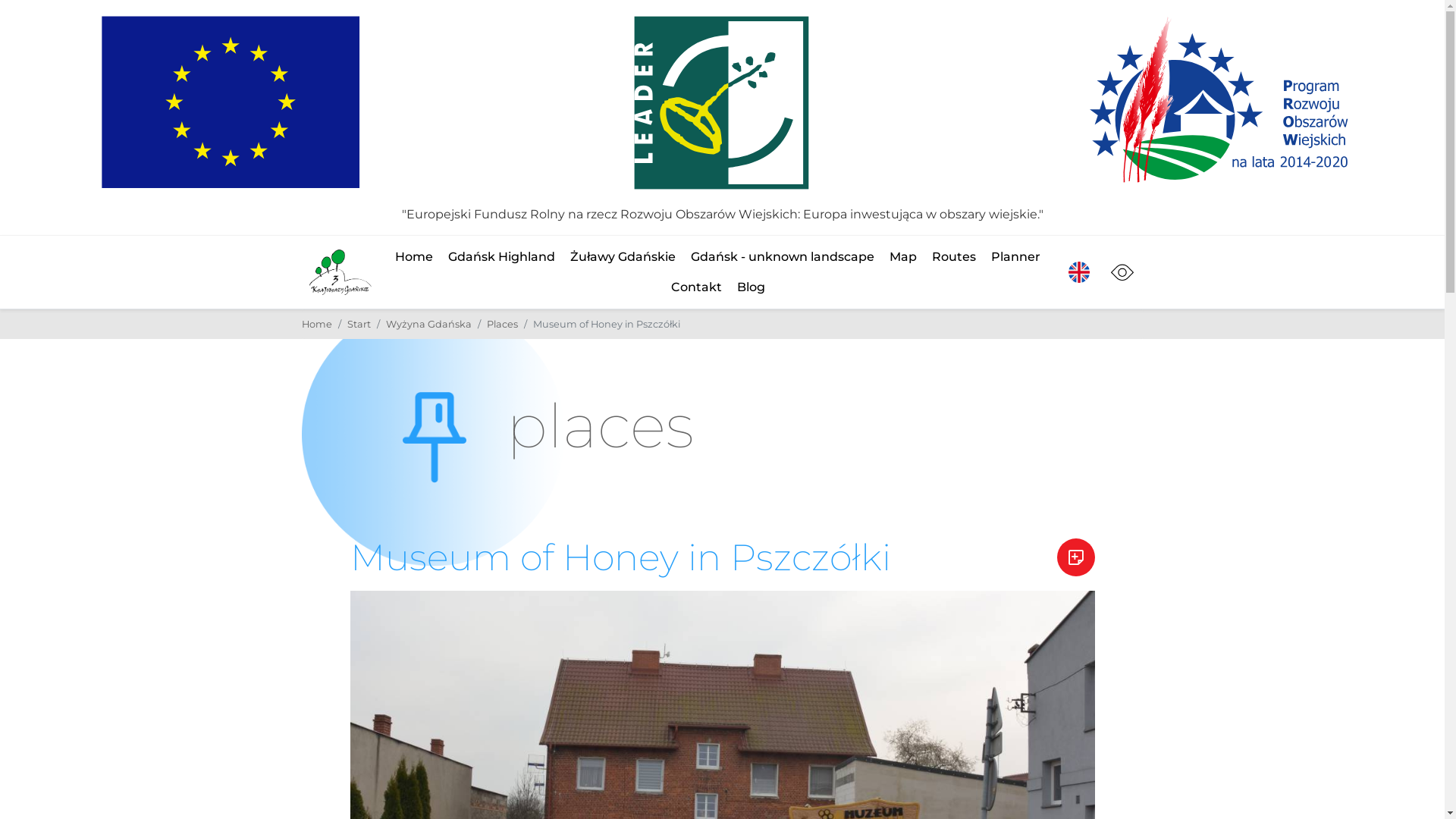 This screenshot has height=819, width=1456. What do you see at coordinates (695, 287) in the screenshot?
I see `'Contakt'` at bounding box center [695, 287].